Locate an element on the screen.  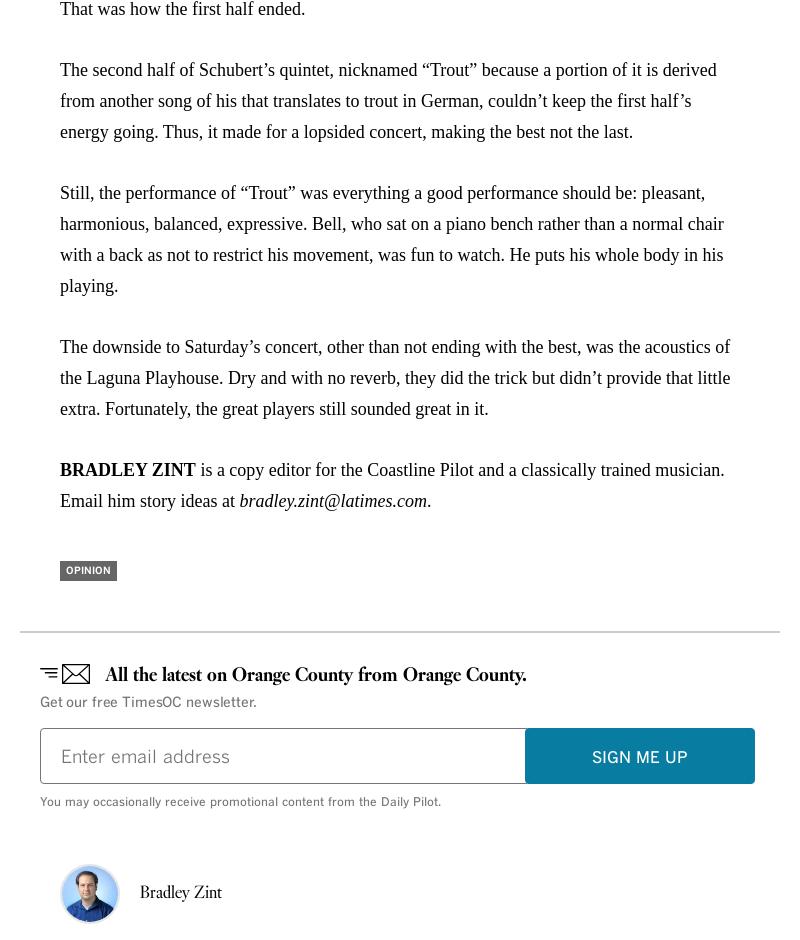
'The second half of Schubert’s quintet, nicknamed “Trout” because a portion of it is derived from another song of his that translates to trout in German, couldn’t keep the first half’s energy going. Thus, it made for a lopsided concert, making the best not the last.' is located at coordinates (387, 100).